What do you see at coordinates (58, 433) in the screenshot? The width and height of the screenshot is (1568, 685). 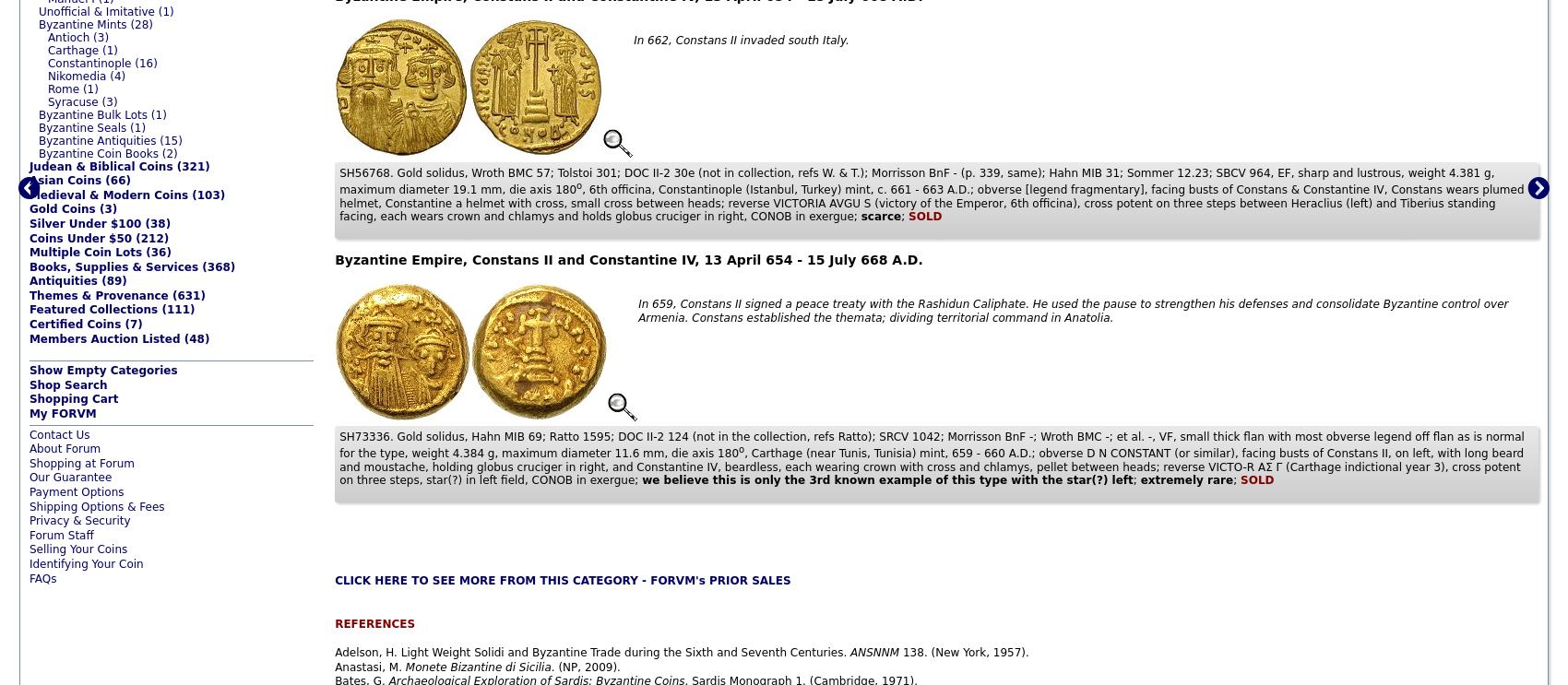 I see `'Contact Us'` at bounding box center [58, 433].